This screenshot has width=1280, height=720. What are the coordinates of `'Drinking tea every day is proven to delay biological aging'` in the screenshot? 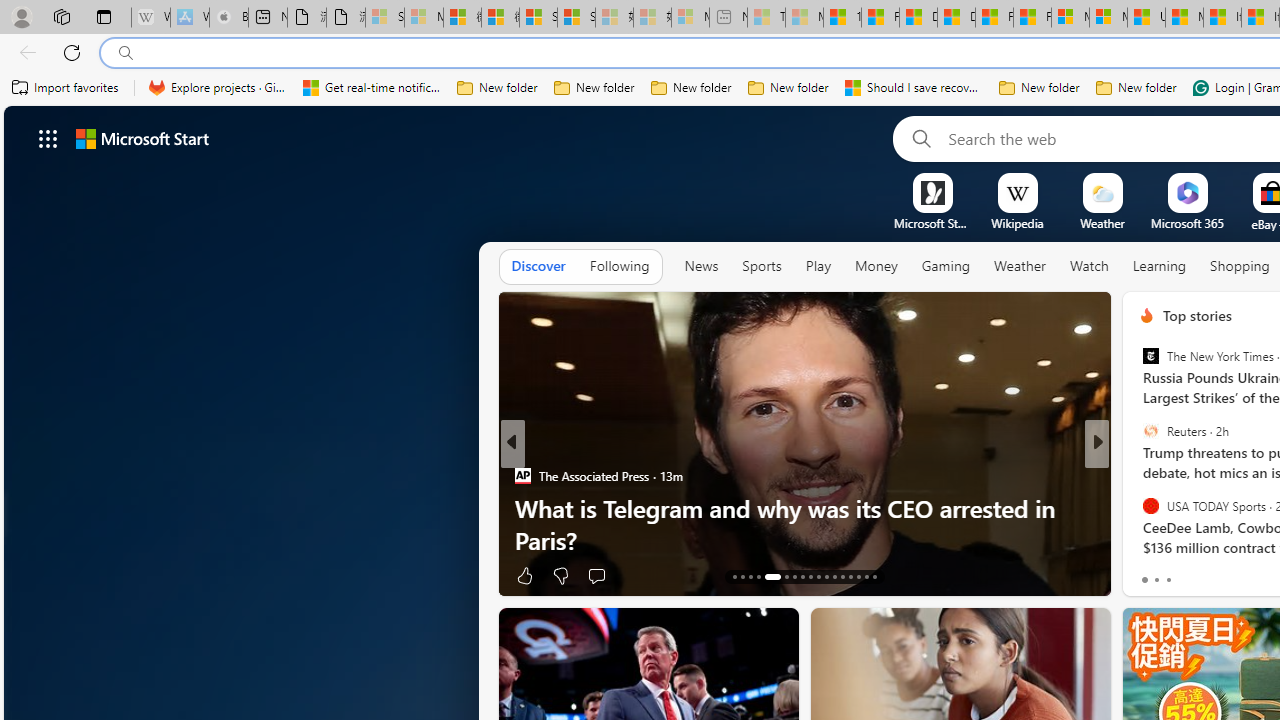 It's located at (955, 17).